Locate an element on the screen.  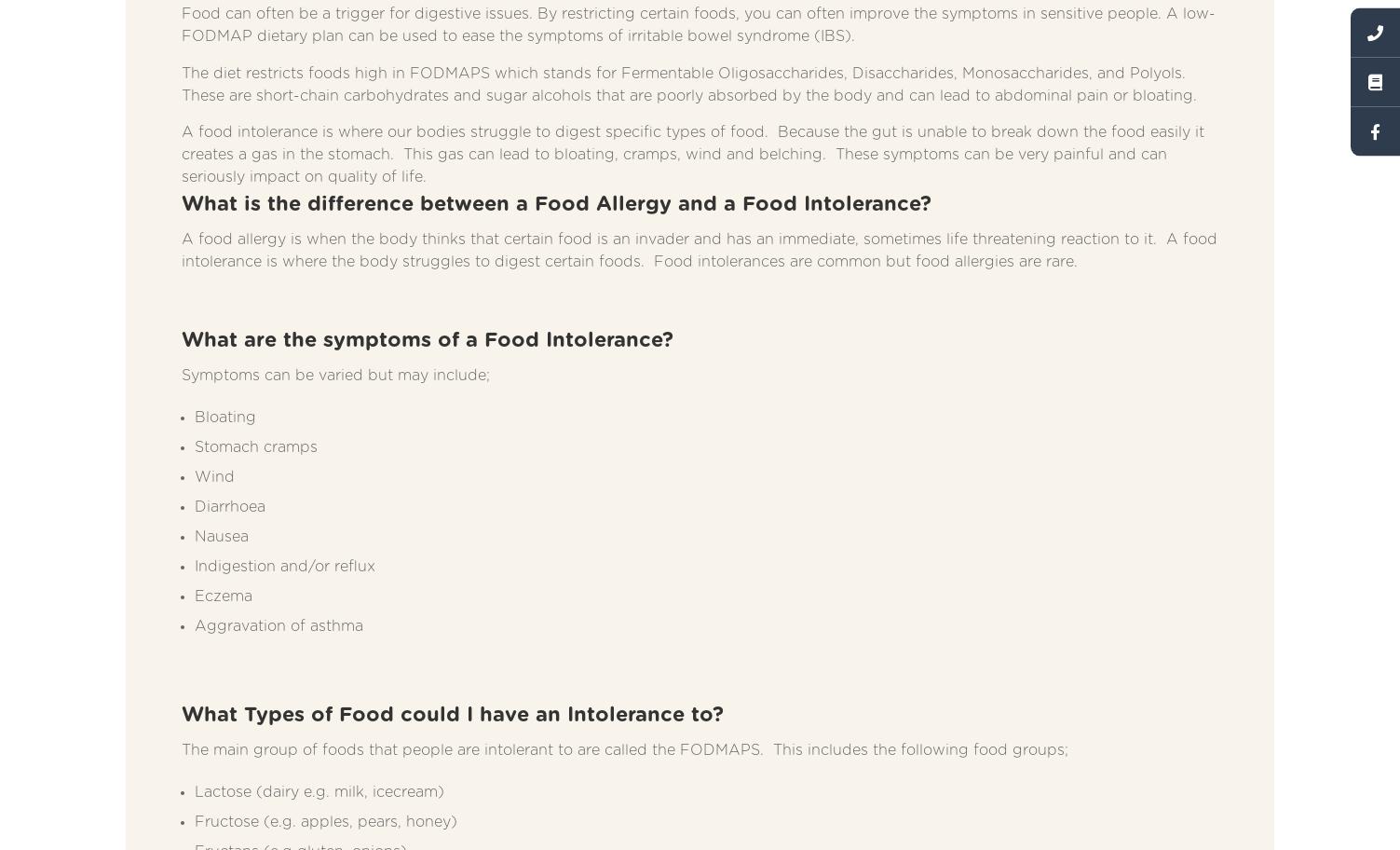
'What Types of Food could I have an Intolerance to?' is located at coordinates (452, 713).